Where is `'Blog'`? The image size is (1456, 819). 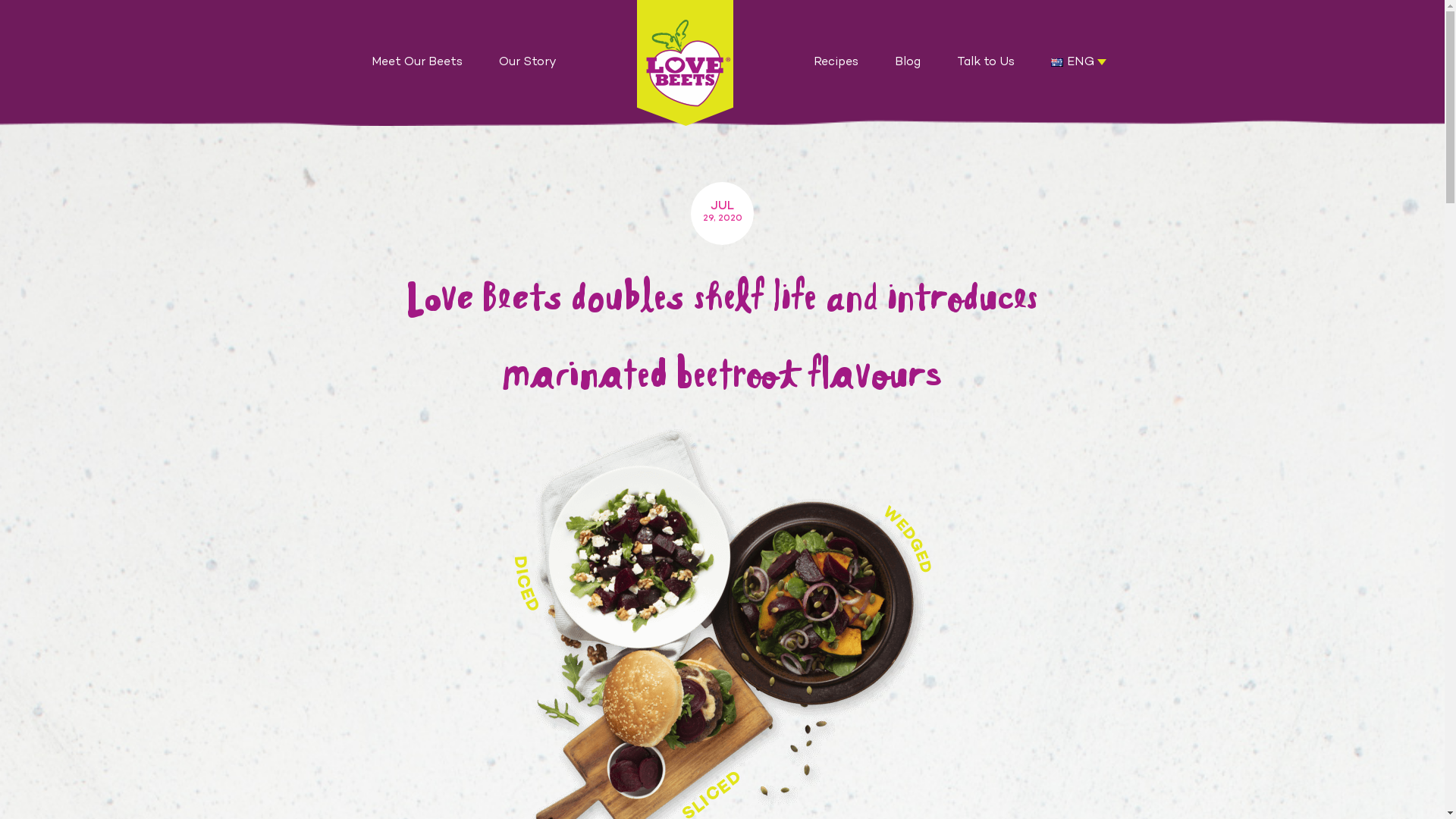
'Blog' is located at coordinates (907, 62).